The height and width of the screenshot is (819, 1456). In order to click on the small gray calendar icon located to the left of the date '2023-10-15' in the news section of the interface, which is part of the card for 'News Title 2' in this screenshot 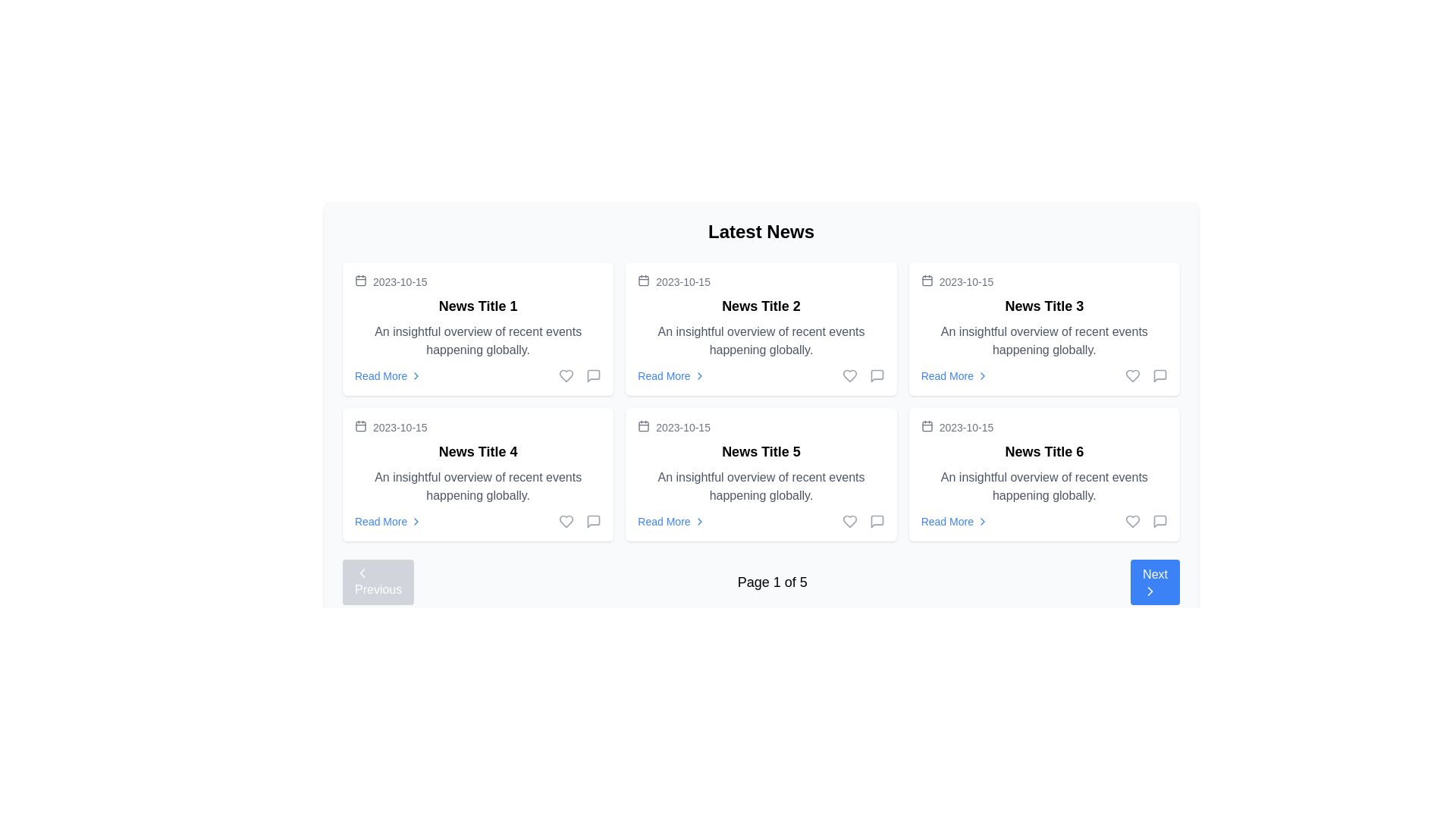, I will do `click(644, 281)`.